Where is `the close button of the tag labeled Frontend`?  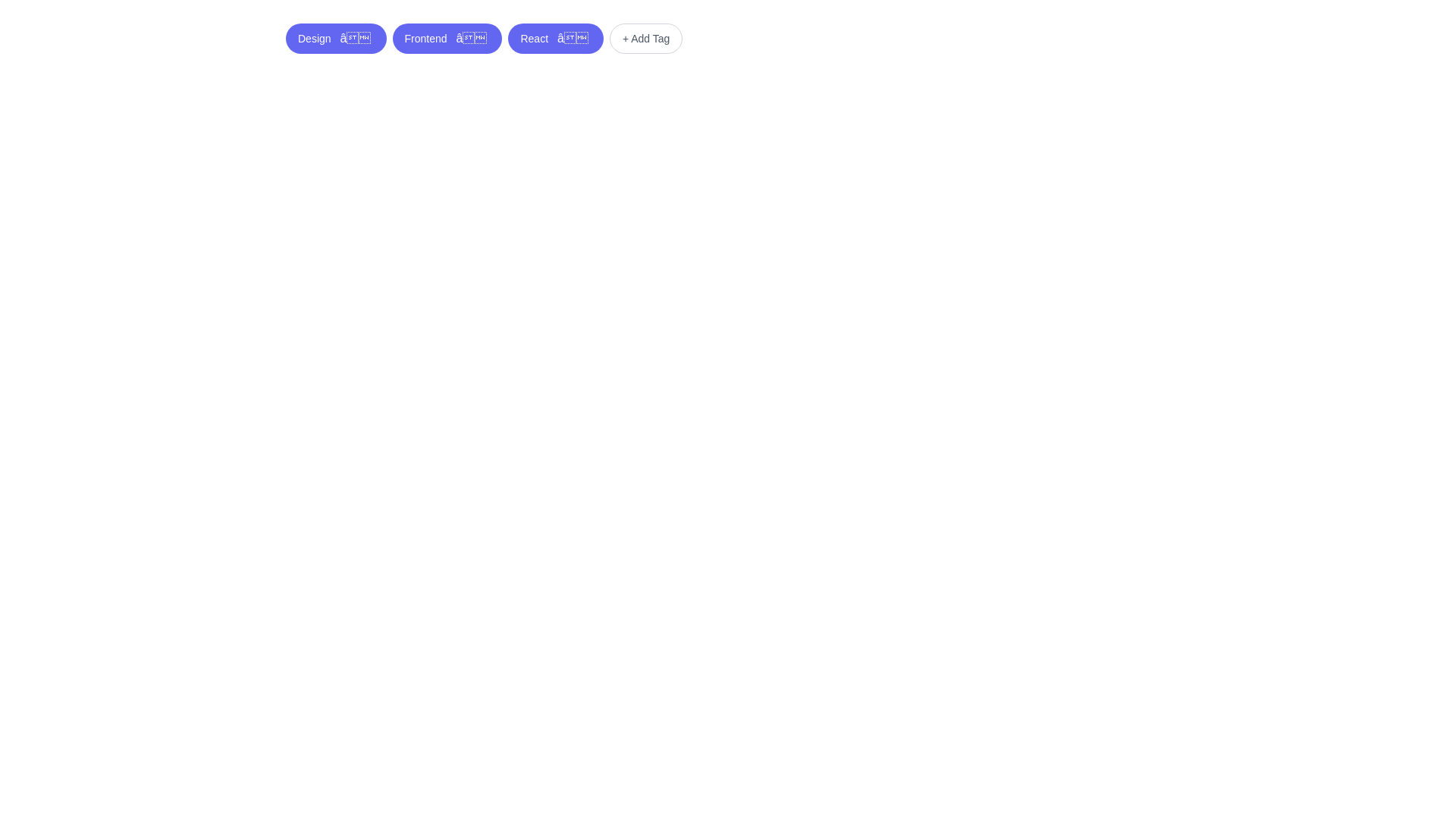
the close button of the tag labeled Frontend is located at coordinates (471, 37).